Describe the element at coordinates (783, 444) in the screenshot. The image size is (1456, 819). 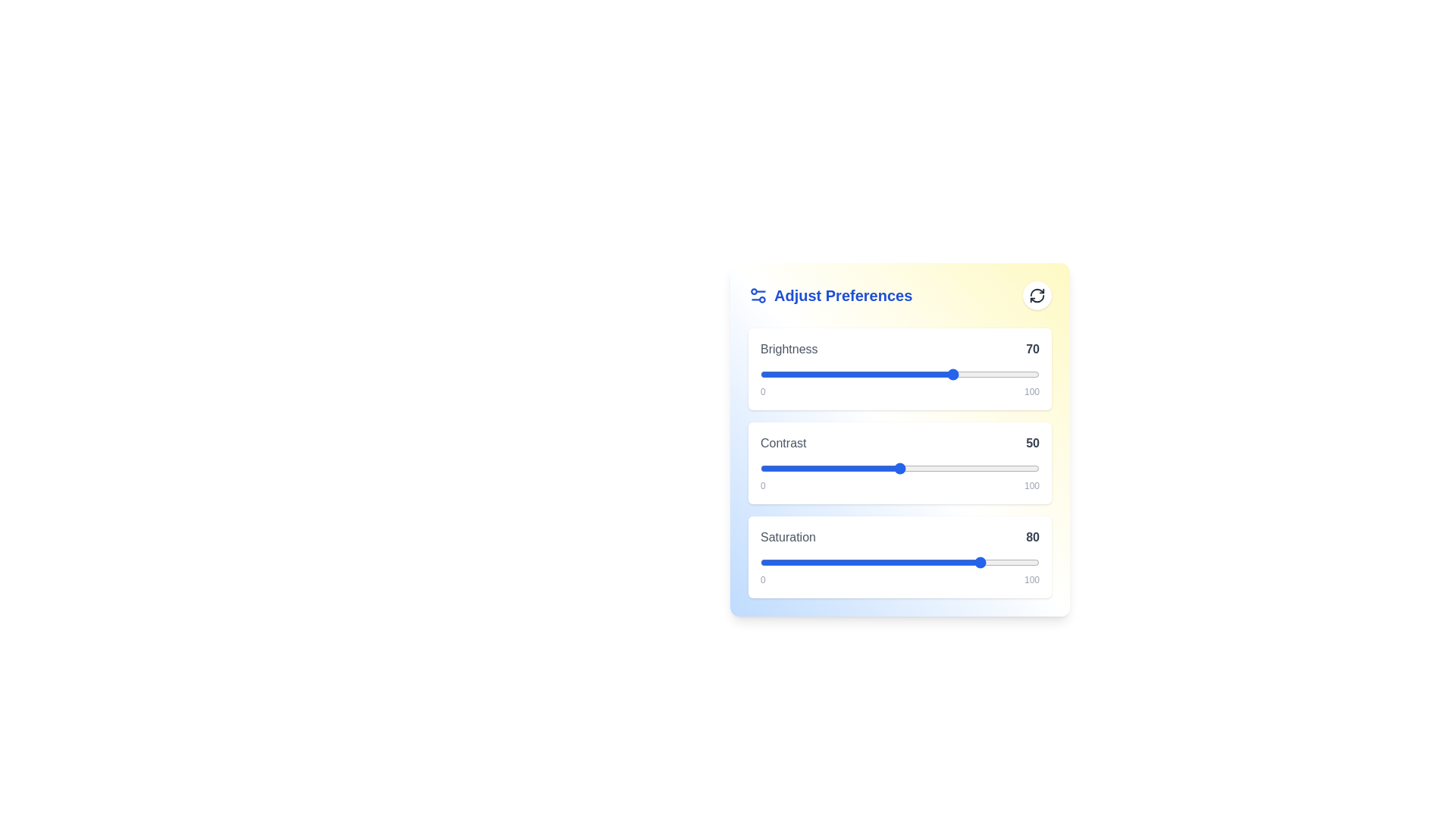
I see `the text label displaying the word 'Contrast', which is styled in gray color and located to the left of the numeric value '50' above the slider control` at that location.